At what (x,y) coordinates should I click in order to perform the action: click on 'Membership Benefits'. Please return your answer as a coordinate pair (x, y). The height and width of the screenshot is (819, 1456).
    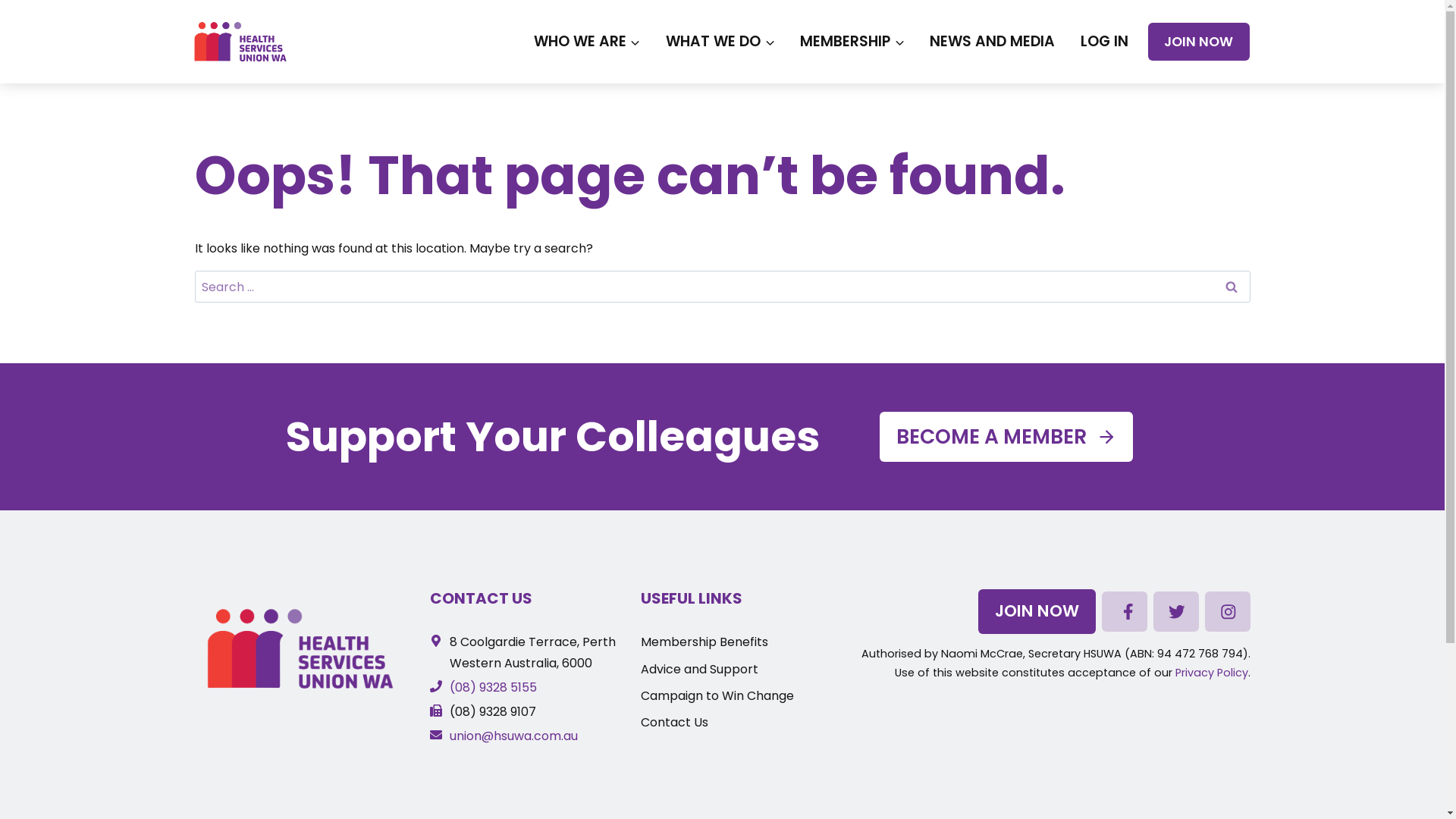
    Looking at the image, I should click on (704, 642).